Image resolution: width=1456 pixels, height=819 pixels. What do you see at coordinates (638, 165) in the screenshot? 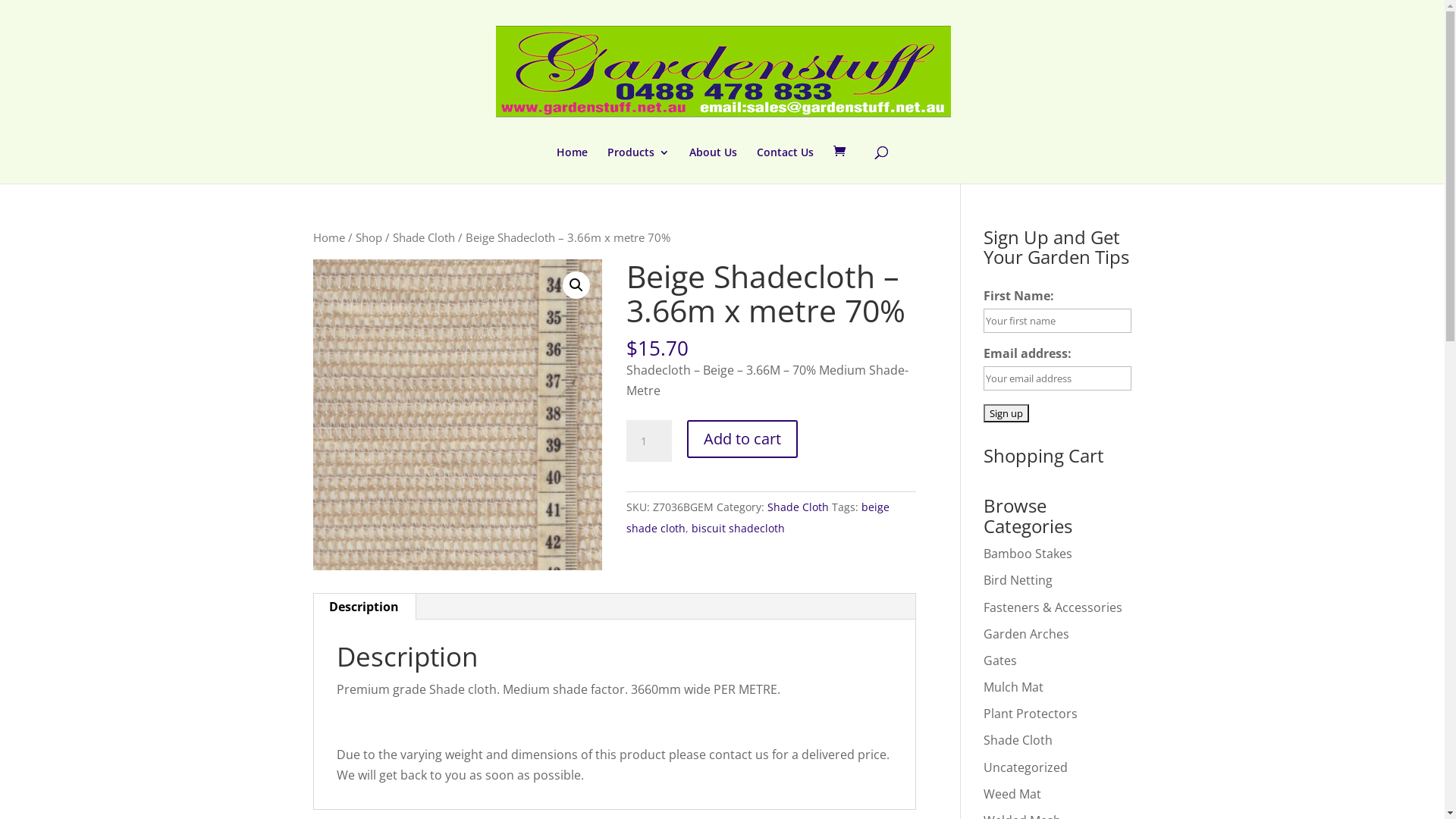
I see `'Products'` at bounding box center [638, 165].